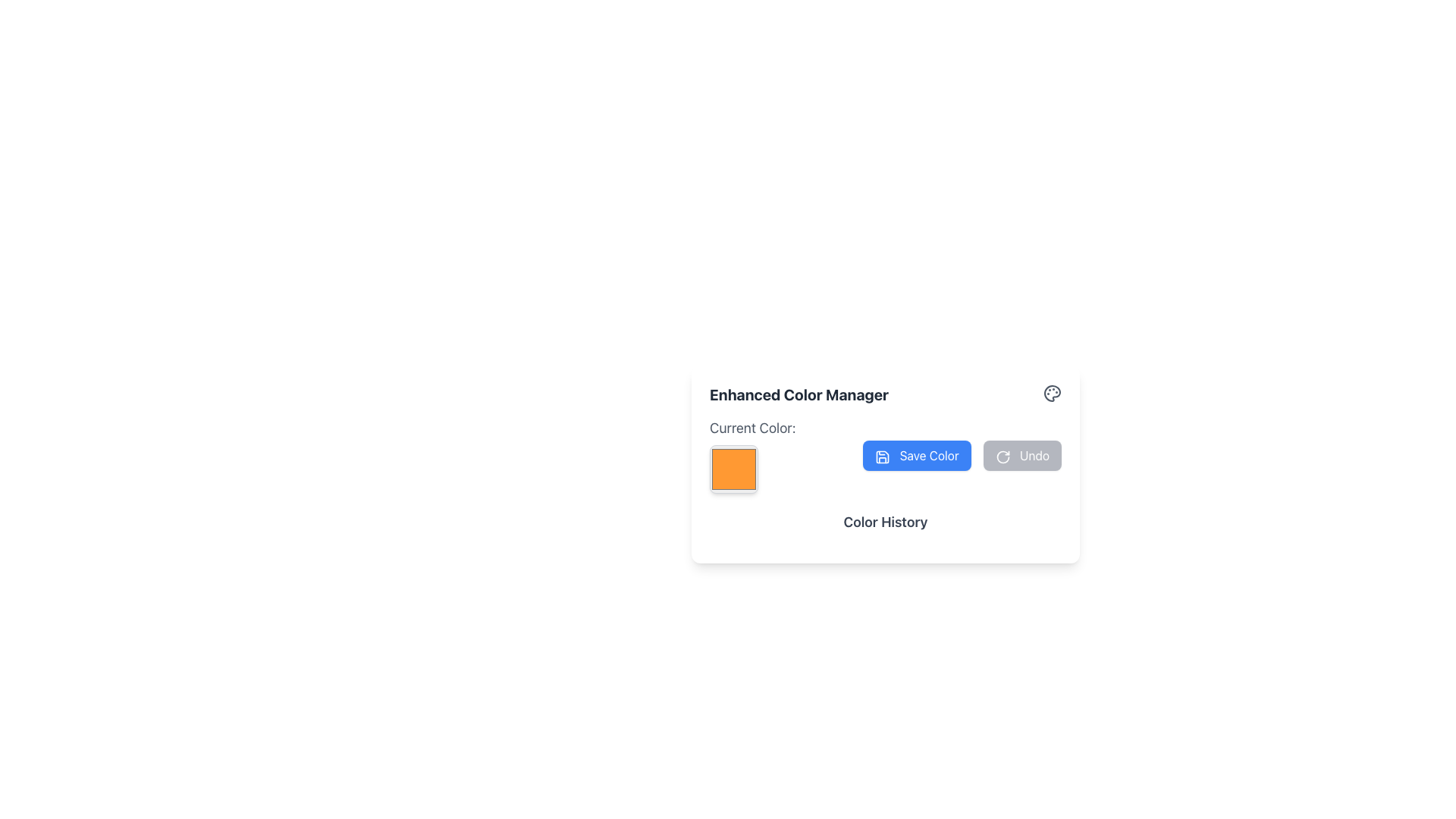 The height and width of the screenshot is (819, 1456). I want to click on the save icon button, which resembles a floppy disk and is located between a color preview box and an 'Undo' button in the 'Enhanced Color Manager' interface, so click(883, 456).